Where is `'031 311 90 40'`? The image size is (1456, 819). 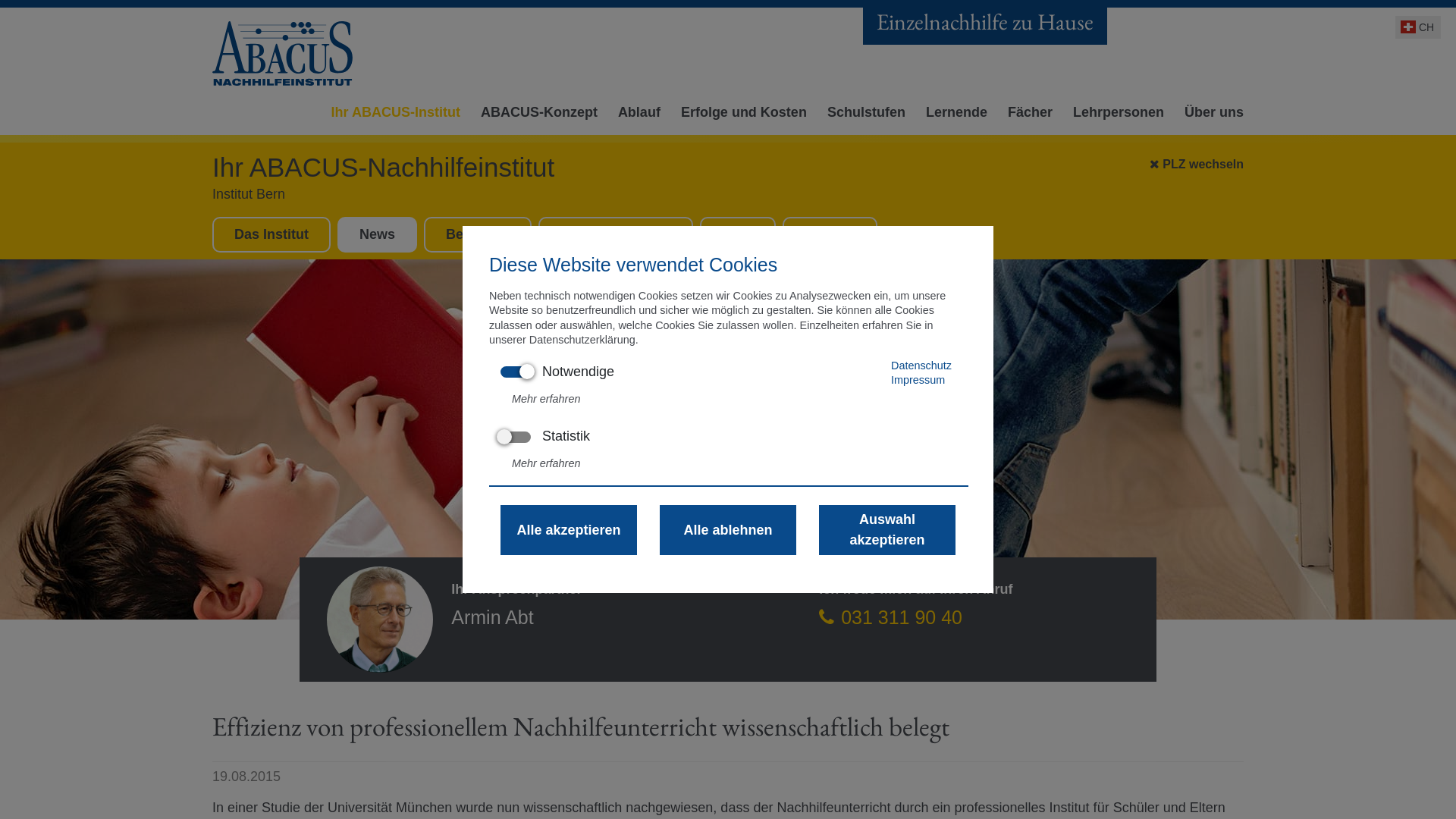 '031 311 90 40' is located at coordinates (890, 617).